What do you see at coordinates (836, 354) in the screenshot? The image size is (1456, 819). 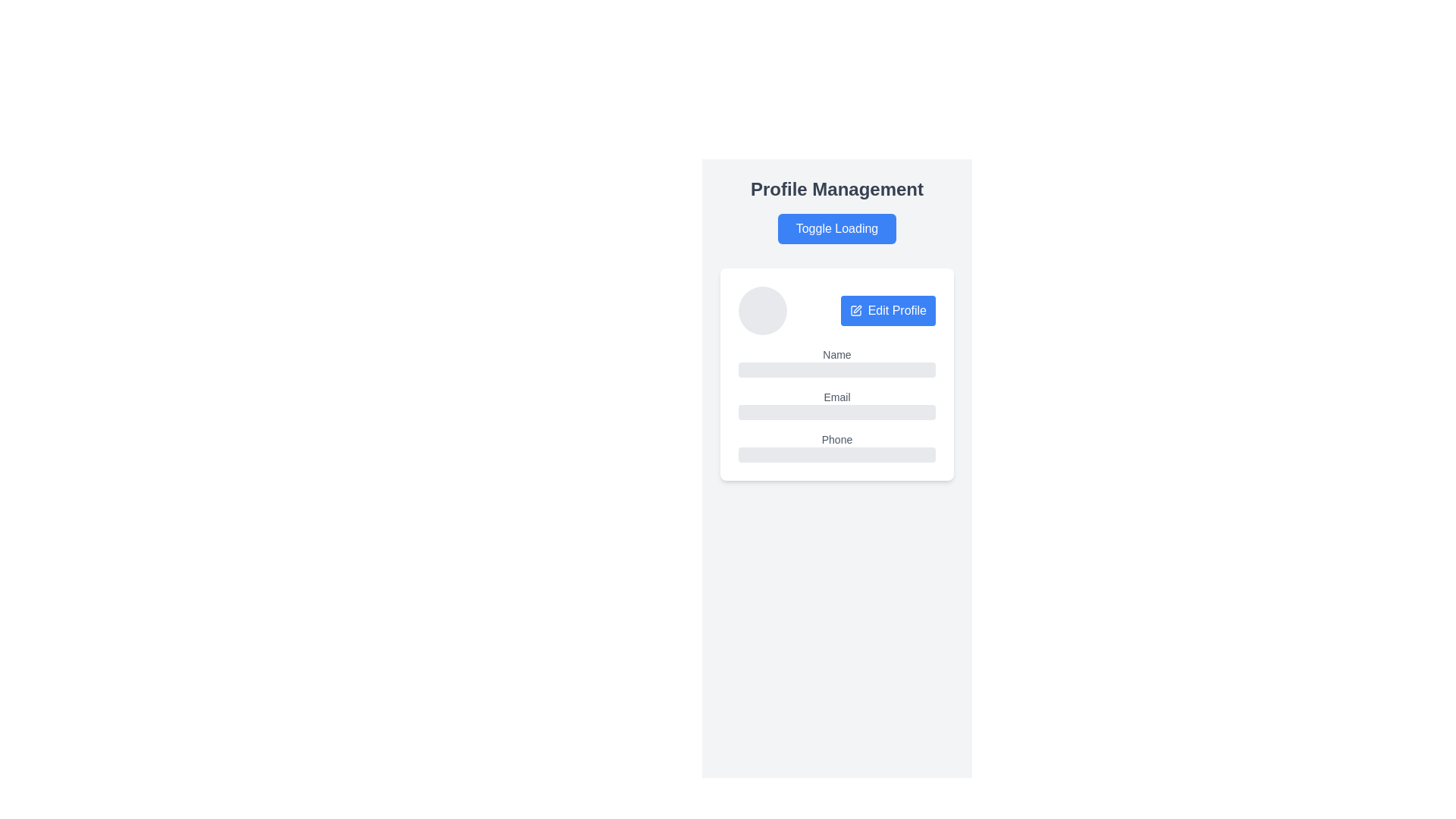 I see `the static text label indicating the input field for a name, positioned above the gray rounded input area` at bounding box center [836, 354].